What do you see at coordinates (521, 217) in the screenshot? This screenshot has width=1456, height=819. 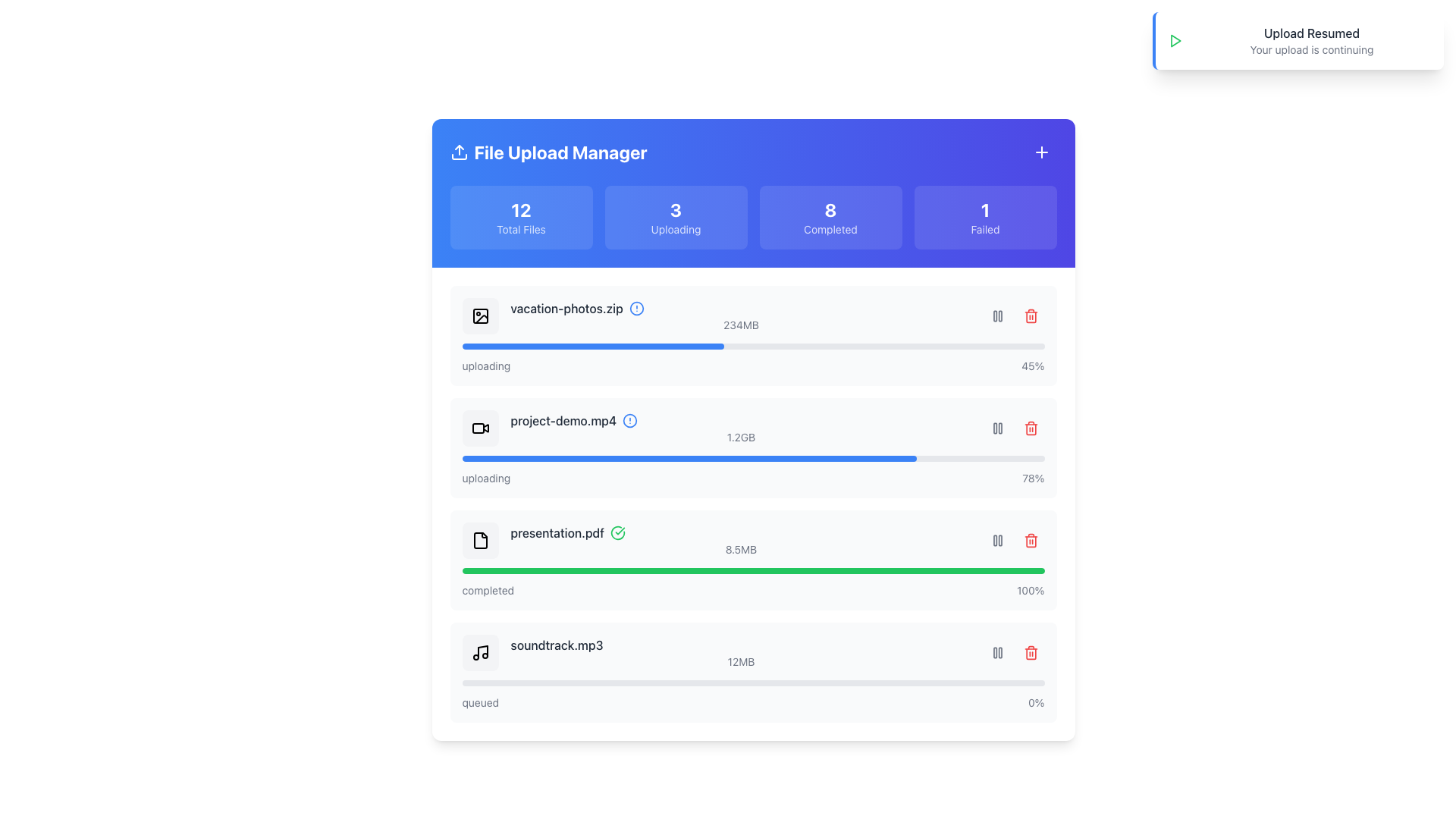 I see `the informative card displaying the total number of files managed, which shows the number '12'. This card is the leftmost in a row of four cards, located above the file details section` at bounding box center [521, 217].